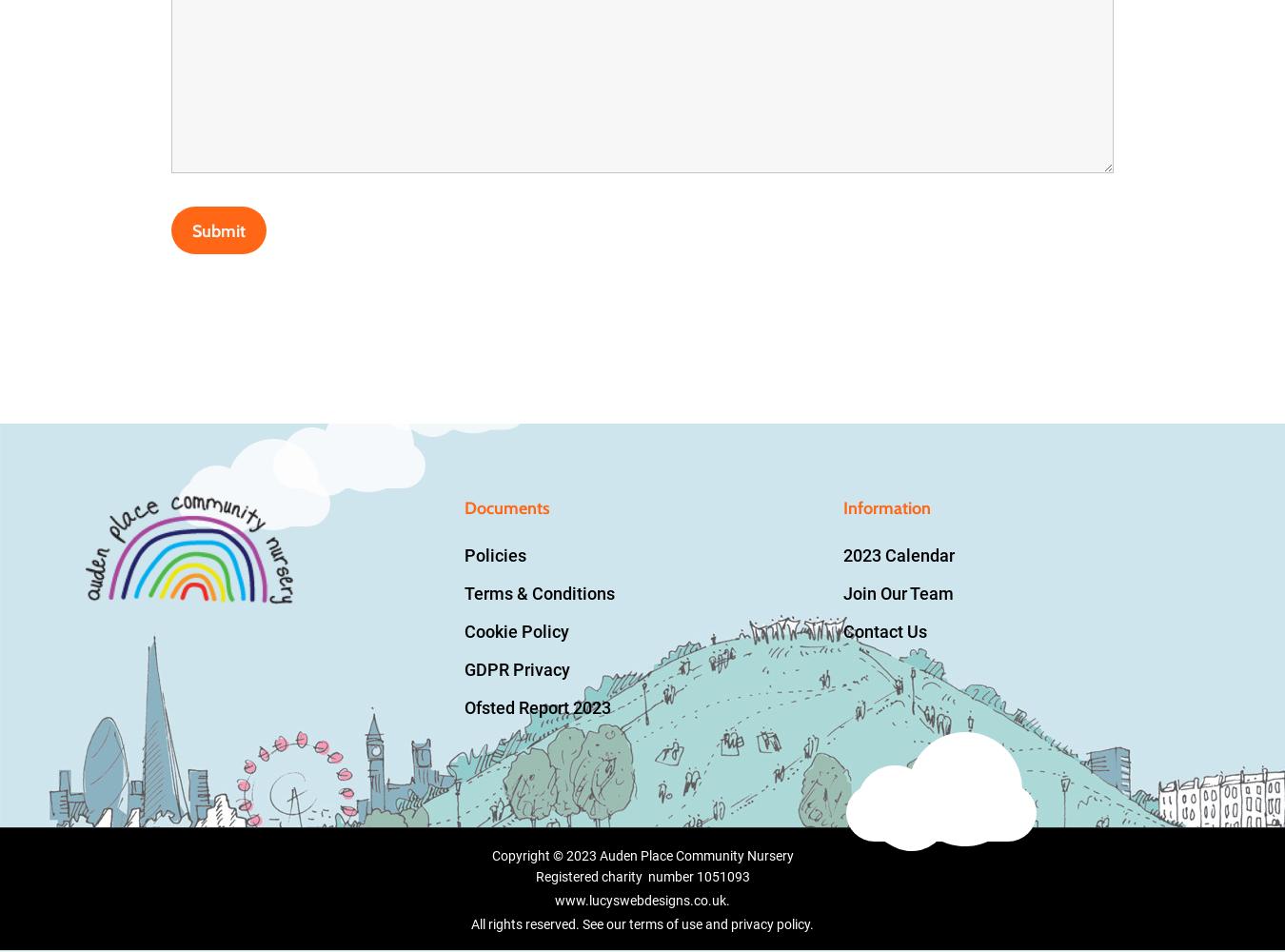 The height and width of the screenshot is (952, 1285). Describe the element at coordinates (537, 706) in the screenshot. I see `'Ofsted Report 2023'` at that location.